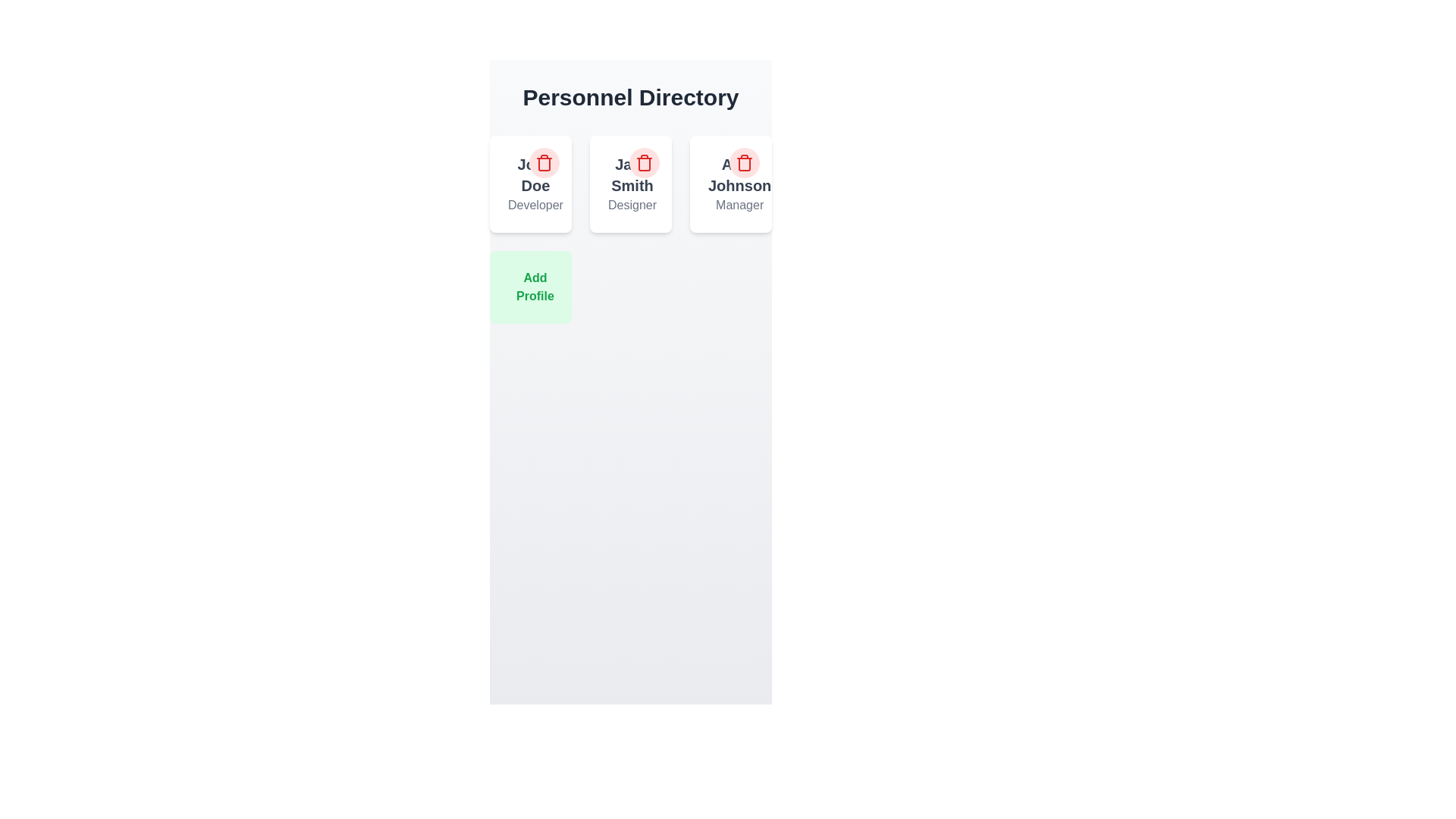 This screenshot has height=819, width=1456. Describe the element at coordinates (544, 163) in the screenshot. I see `the vibrant red trash can icon located in the top-right corner of the personnel card labeled 'John Doe'` at that location.